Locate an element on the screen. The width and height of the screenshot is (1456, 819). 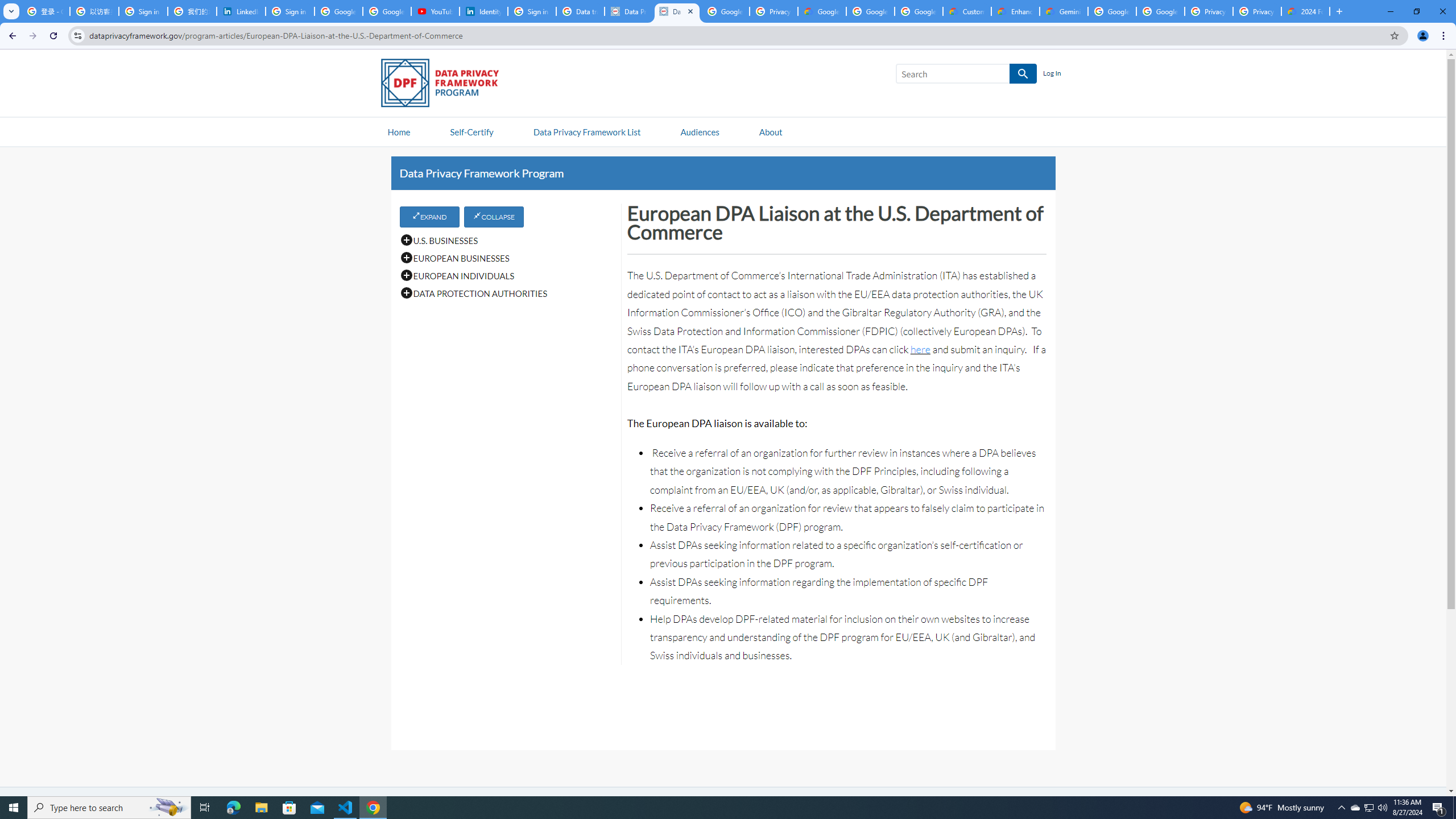
'EXPAND' is located at coordinates (429, 216).